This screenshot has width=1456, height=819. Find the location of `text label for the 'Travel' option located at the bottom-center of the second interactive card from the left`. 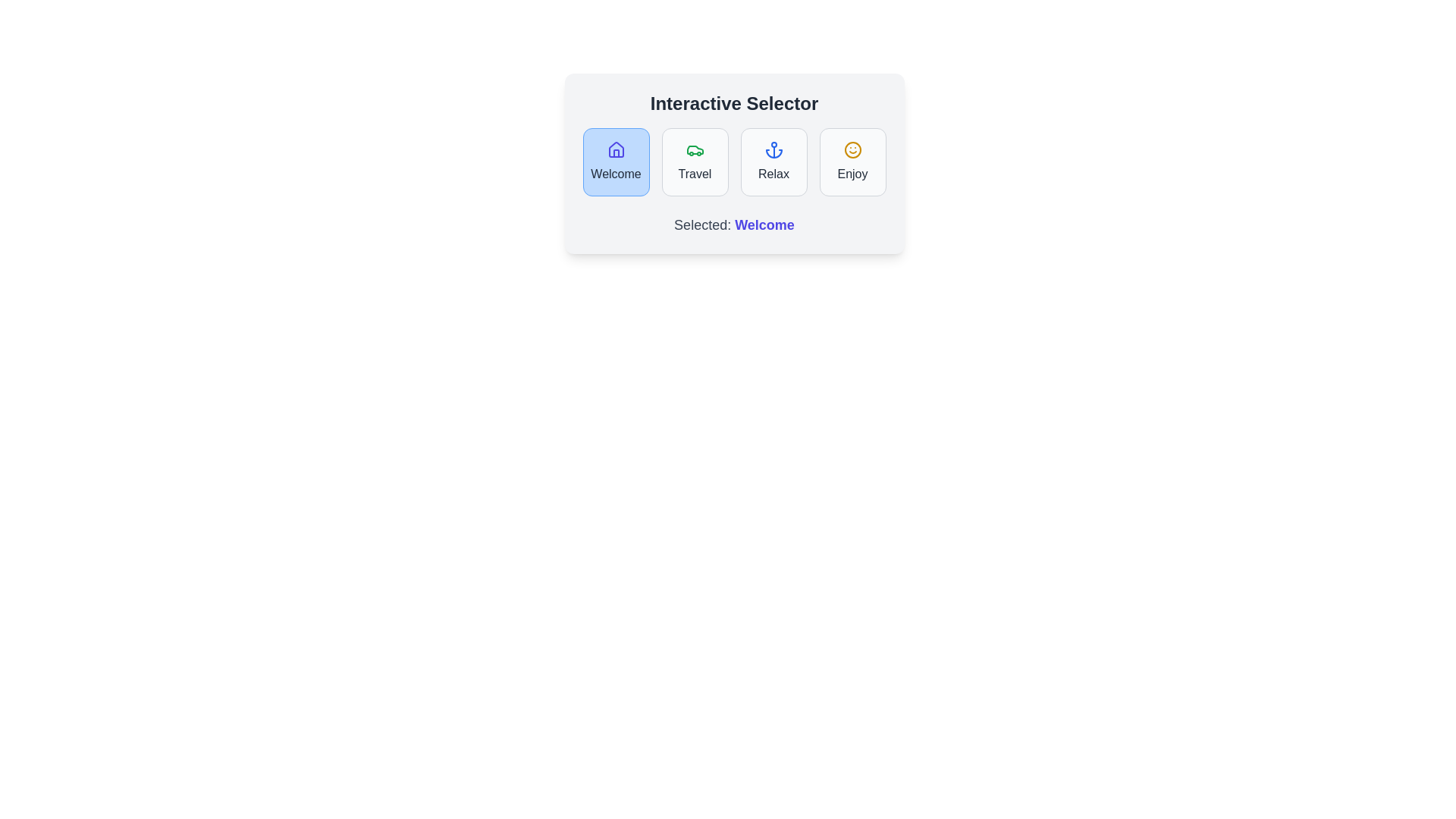

text label for the 'Travel' option located at the bottom-center of the second interactive card from the left is located at coordinates (694, 174).